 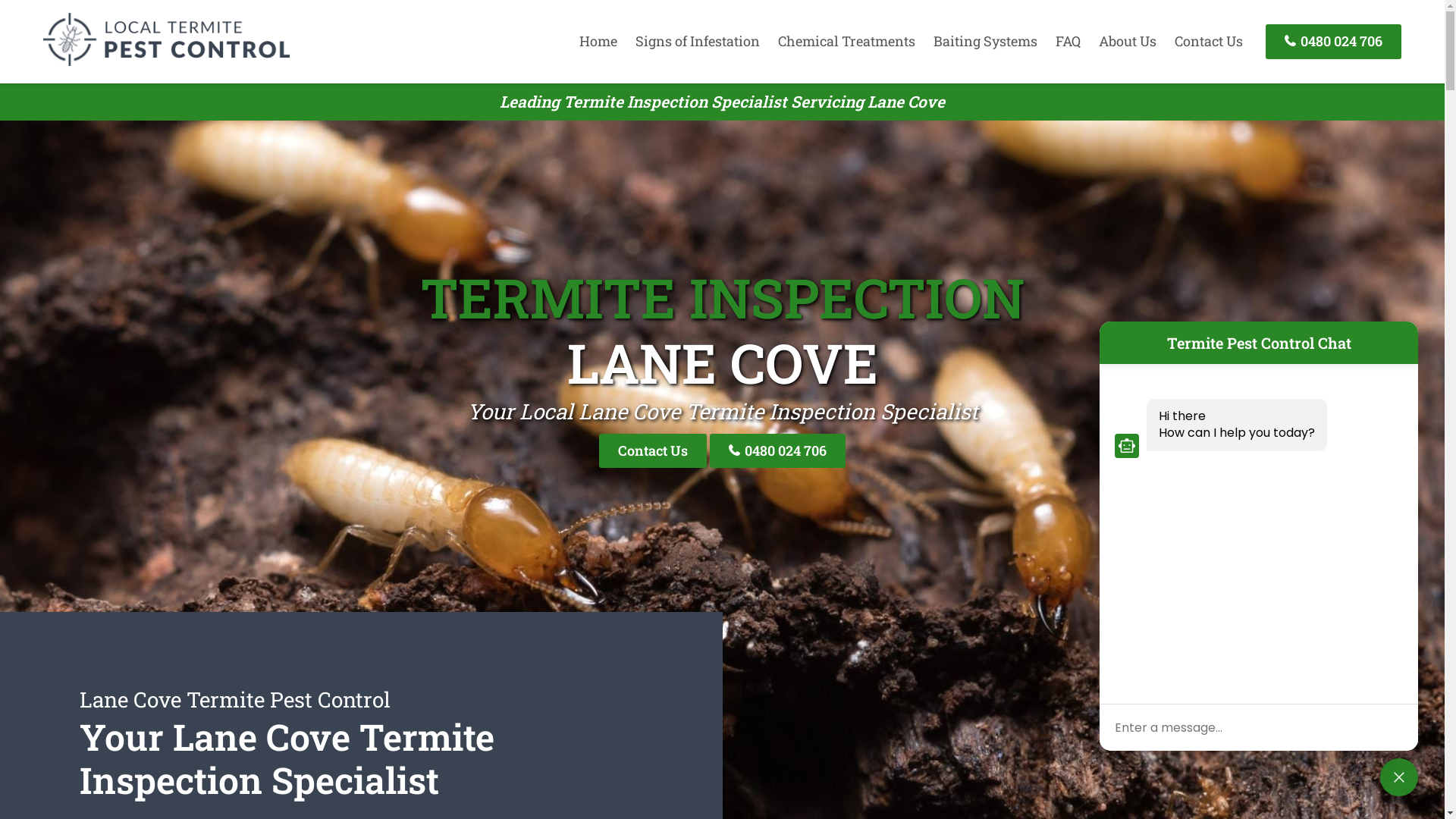 I want to click on 'Contact Us', so click(x=1207, y=40).